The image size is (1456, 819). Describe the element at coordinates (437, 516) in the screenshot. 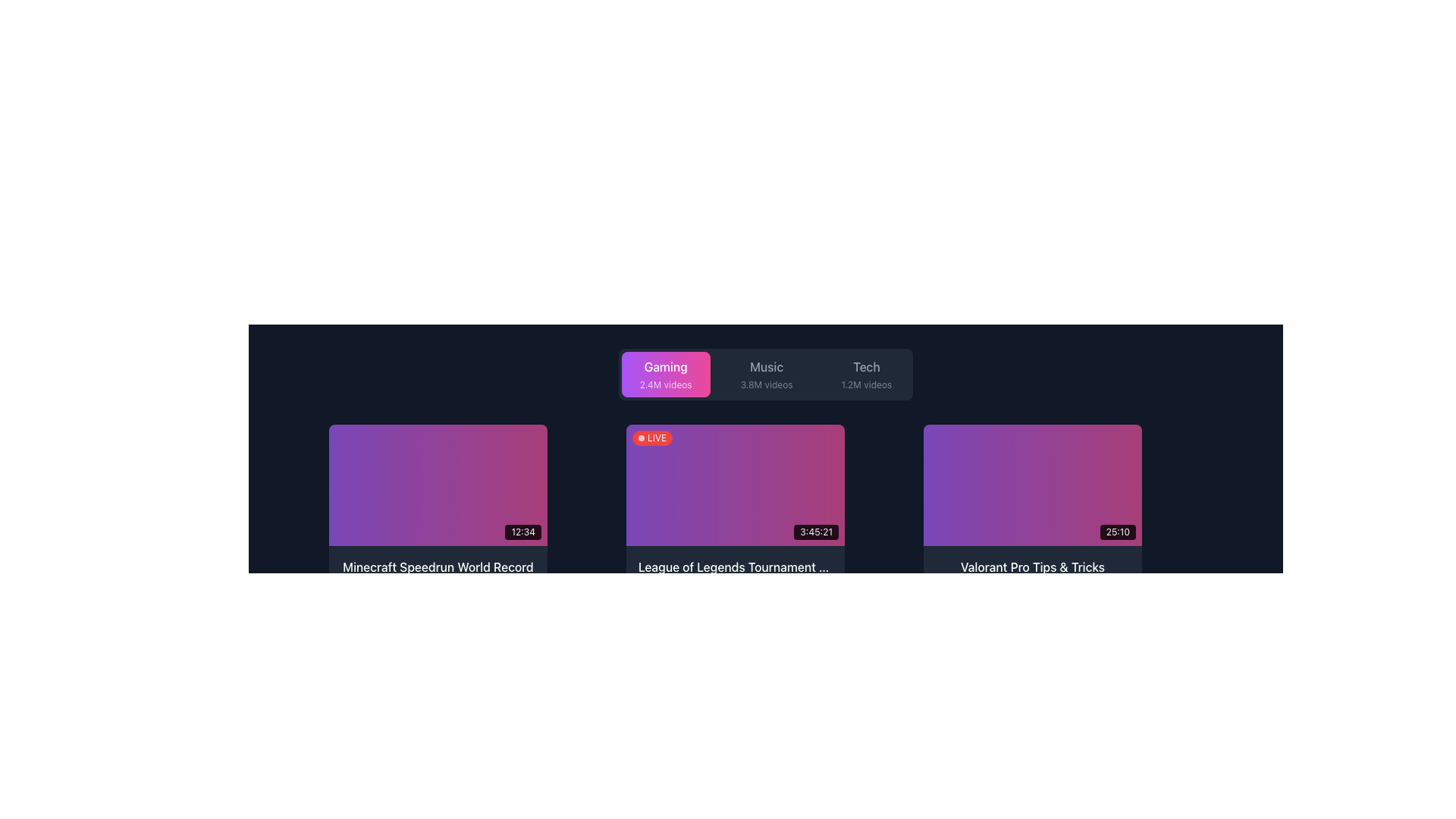

I see `the video preview card displaying 'Minecraft Speedrun World Record'` at that location.